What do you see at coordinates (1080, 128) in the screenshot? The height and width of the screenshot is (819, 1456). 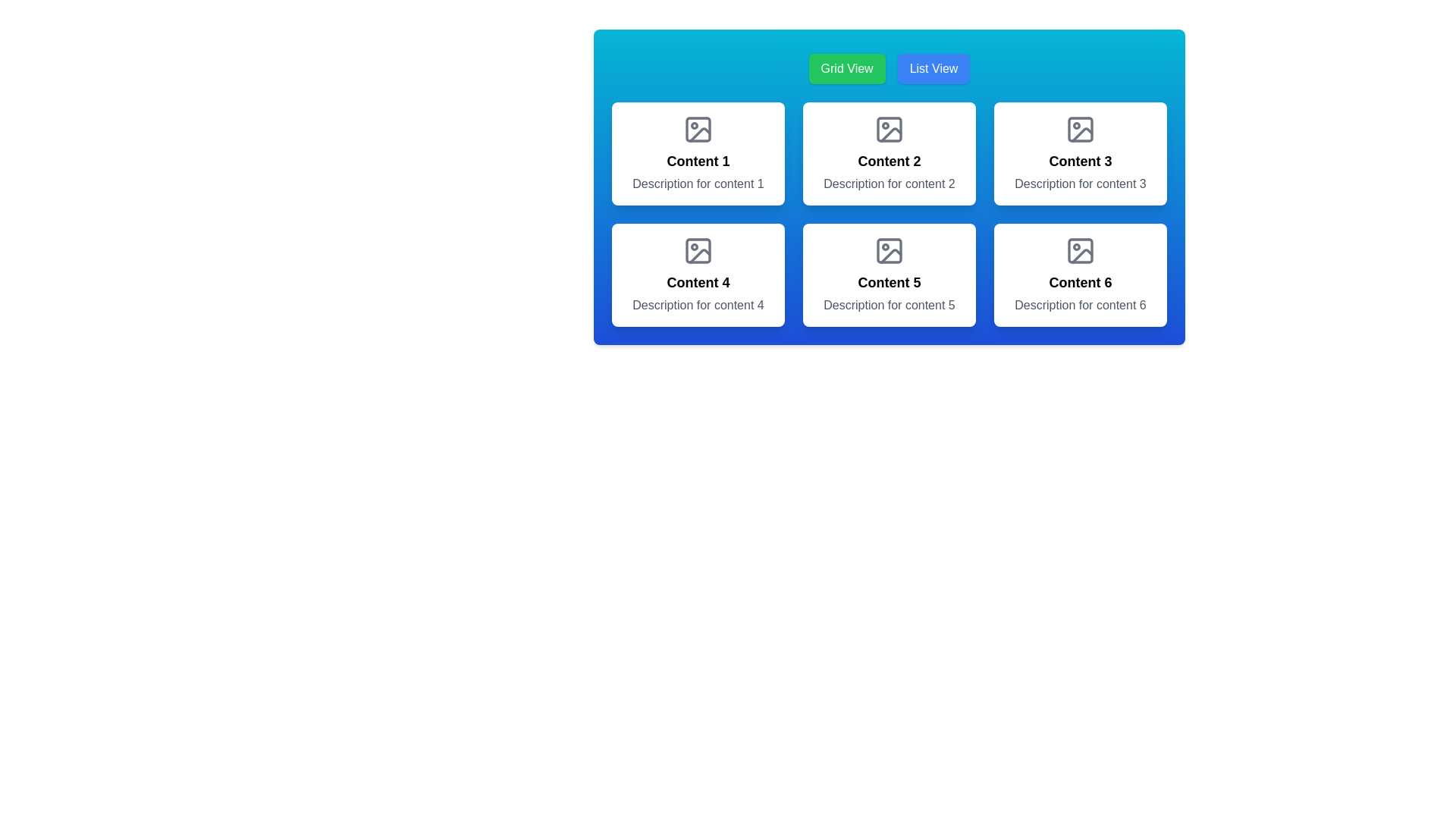 I see `the graphic icon of an image located at the top-center of the 'Content 3' card, which is above the text 'Content 3'` at bounding box center [1080, 128].